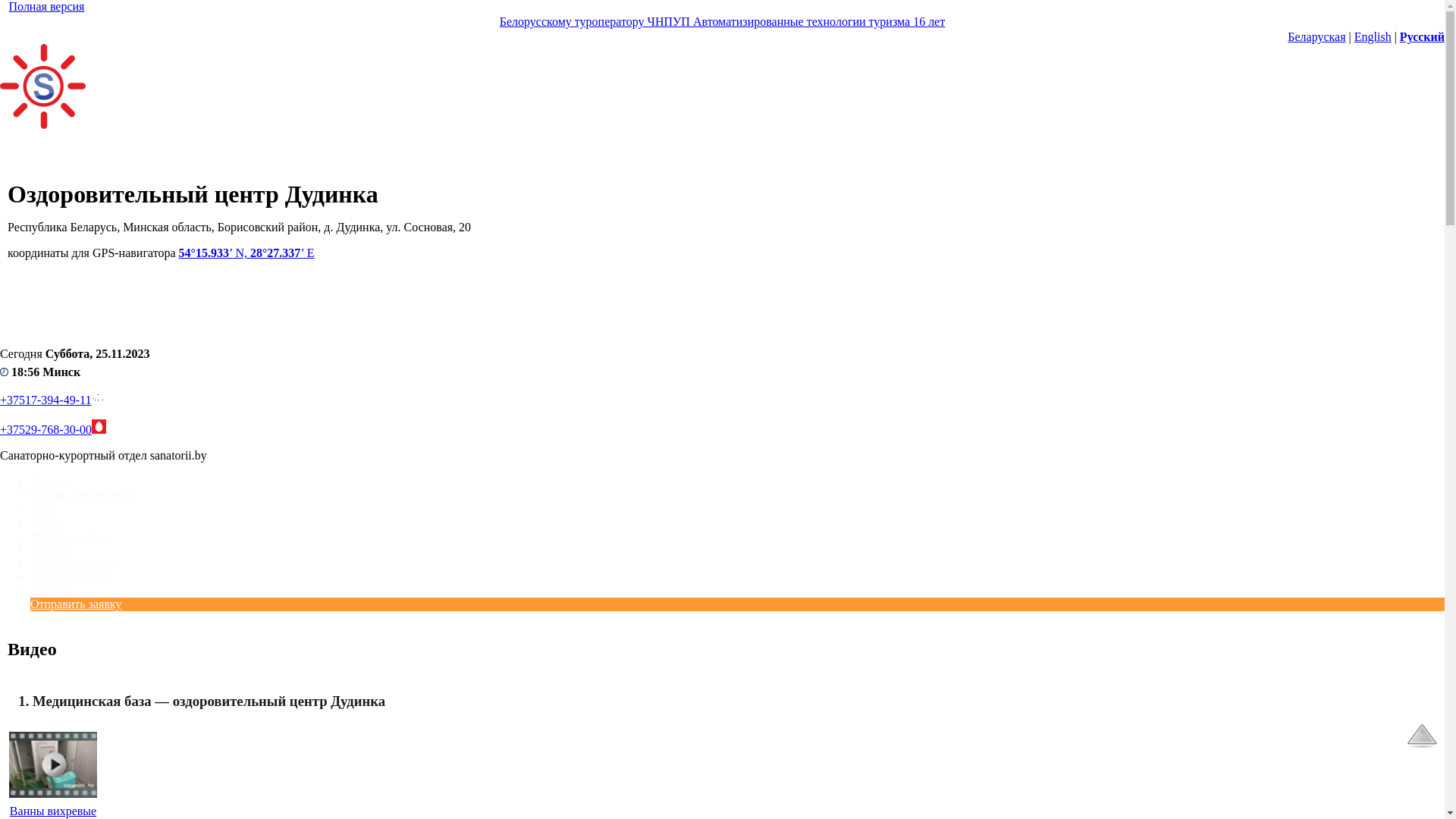 Image resolution: width=1456 pixels, height=819 pixels. What do you see at coordinates (45, 429) in the screenshot?
I see `'+37529-768-30-00'` at bounding box center [45, 429].